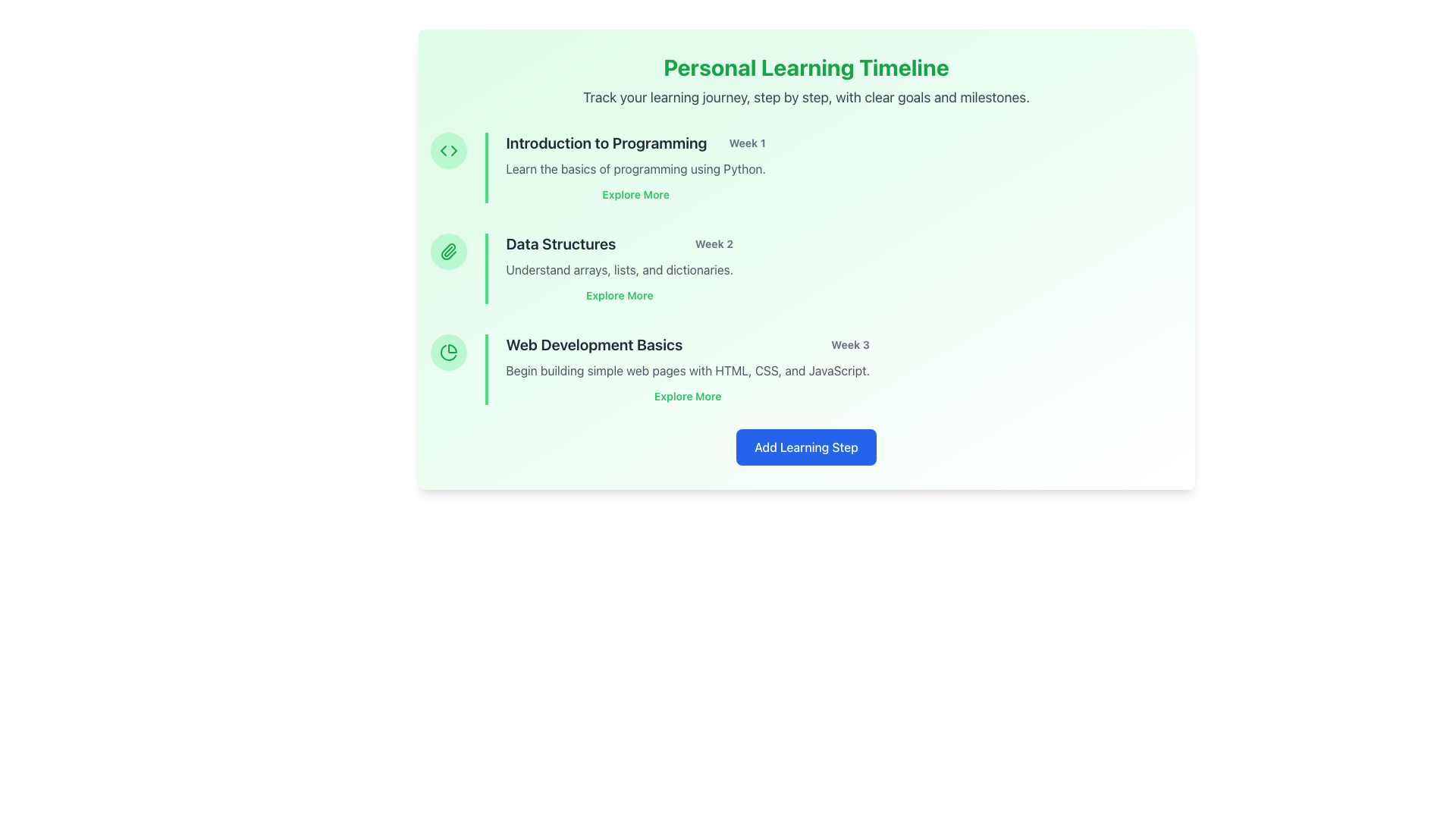  What do you see at coordinates (687, 396) in the screenshot?
I see `the hyperlink styled with a left green border that leads to 'Web Development Basics'` at bounding box center [687, 396].